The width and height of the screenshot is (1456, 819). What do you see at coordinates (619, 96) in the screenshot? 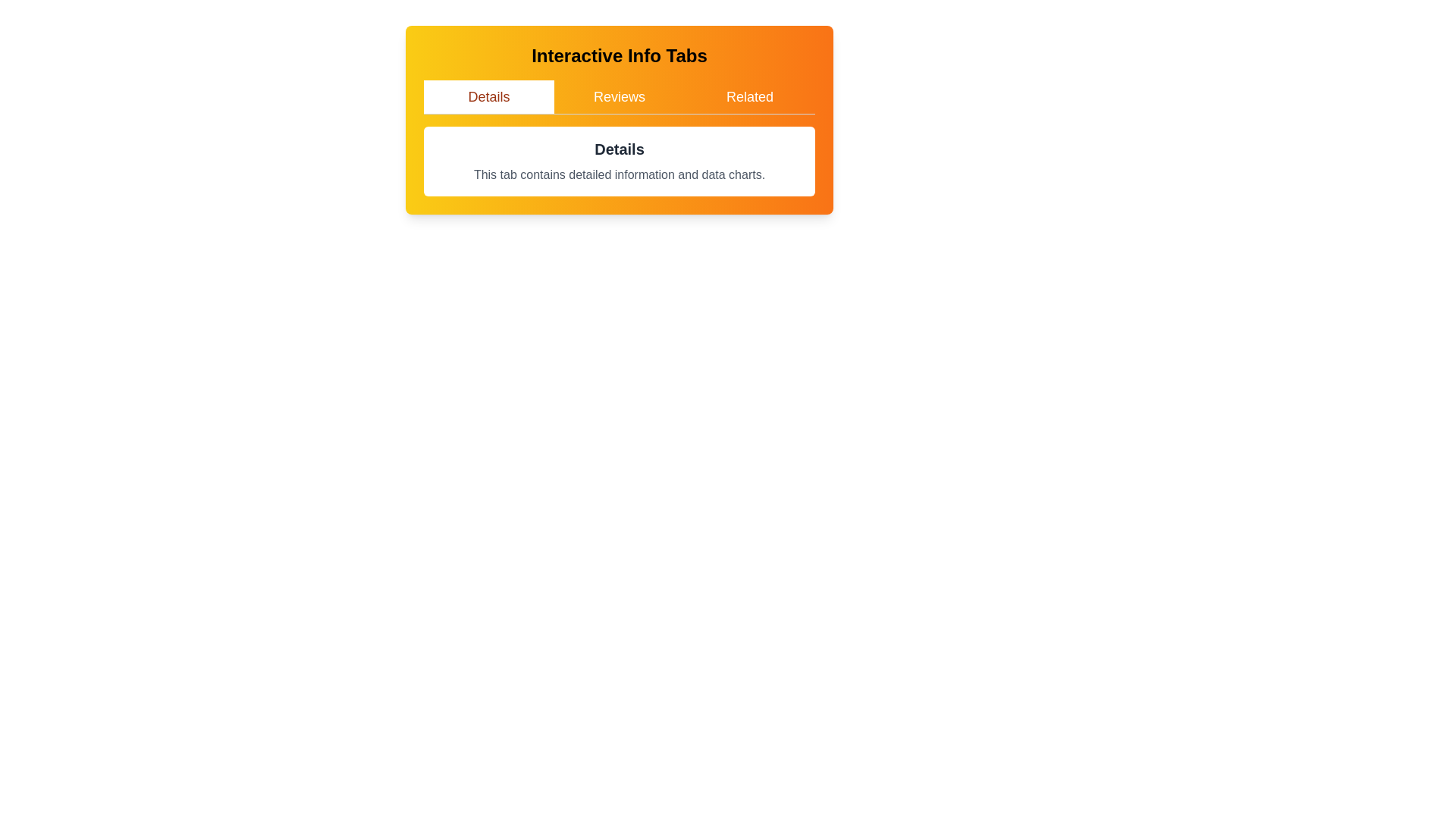
I see `the tab labeled 'Reviews' to observe its hover effect` at bounding box center [619, 96].